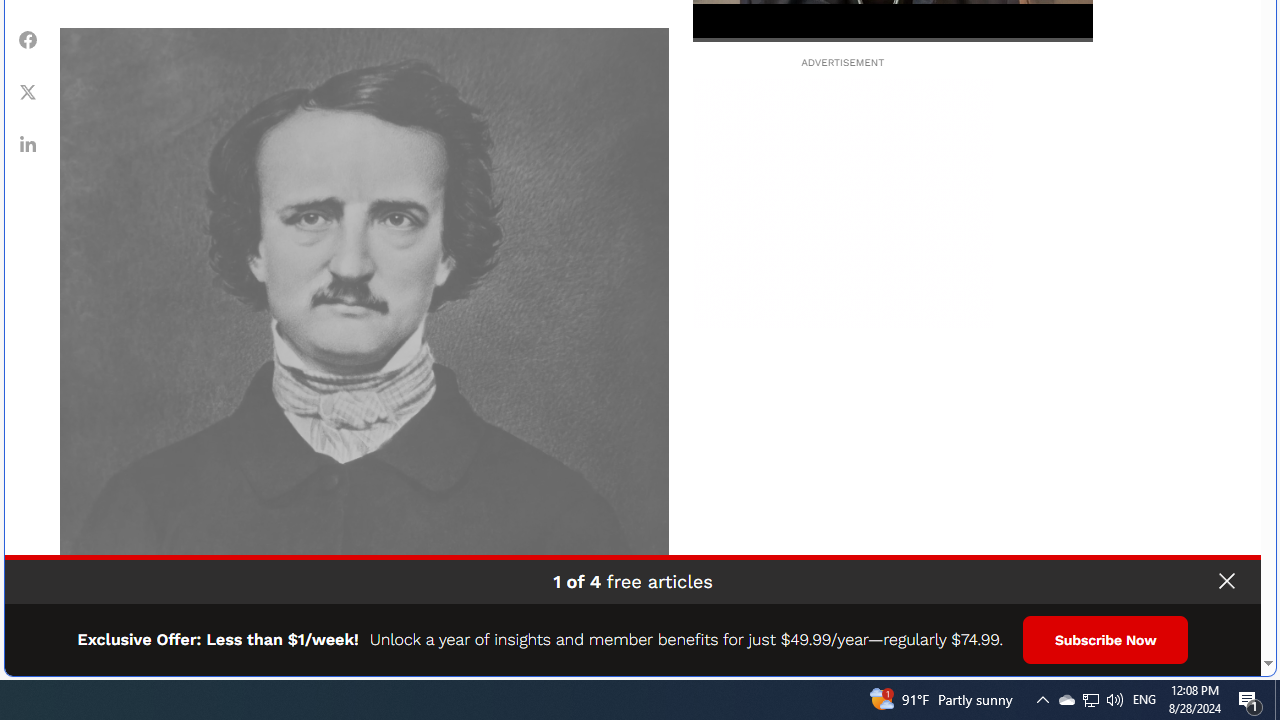 The height and width of the screenshot is (720, 1280). I want to click on 'Portrait of Edgar Allan Poe.', so click(364, 331).